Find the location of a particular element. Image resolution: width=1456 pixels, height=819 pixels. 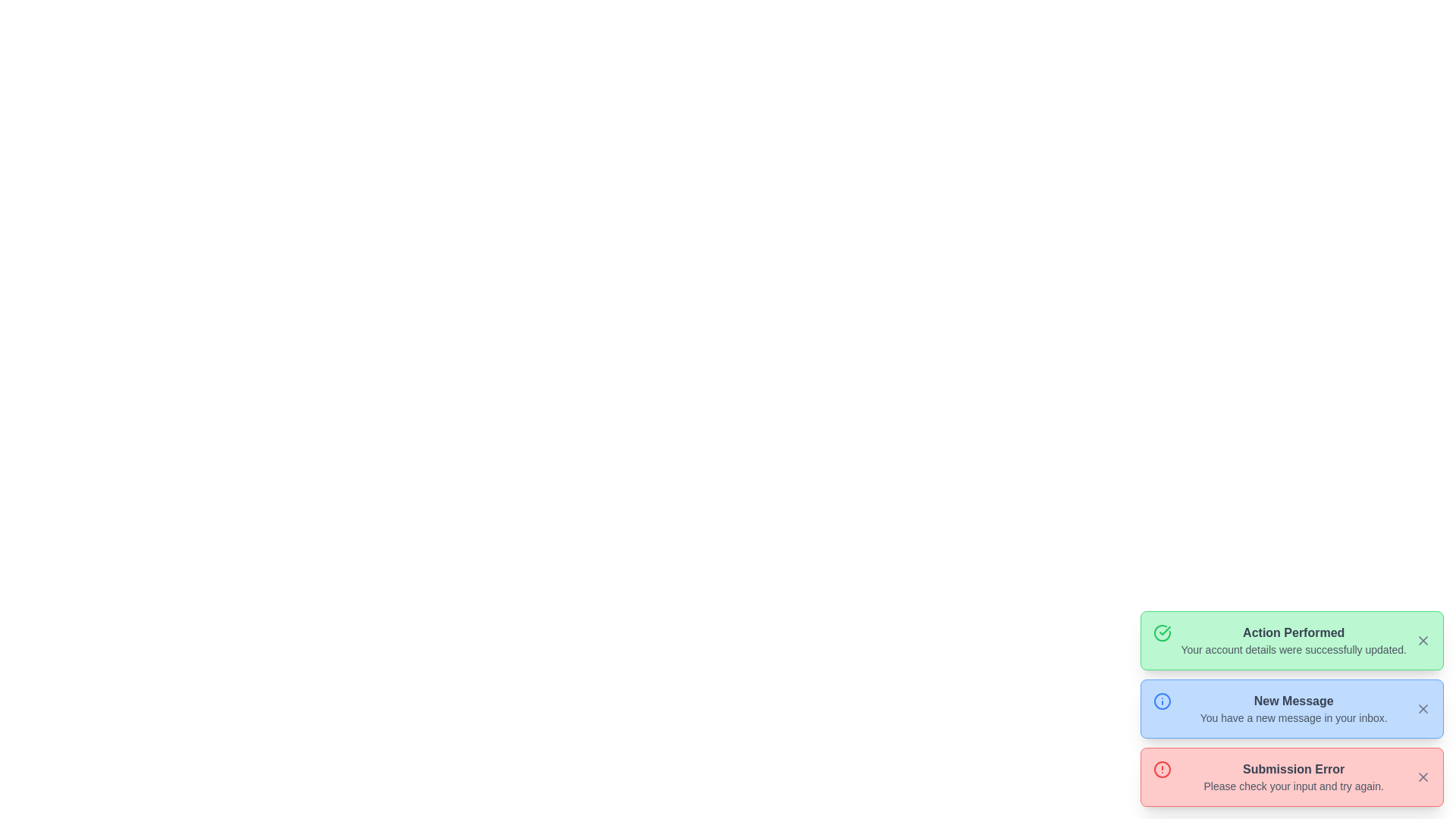

the button located on the right edge of the 'Submission Error' notification box is located at coordinates (1422, 777).